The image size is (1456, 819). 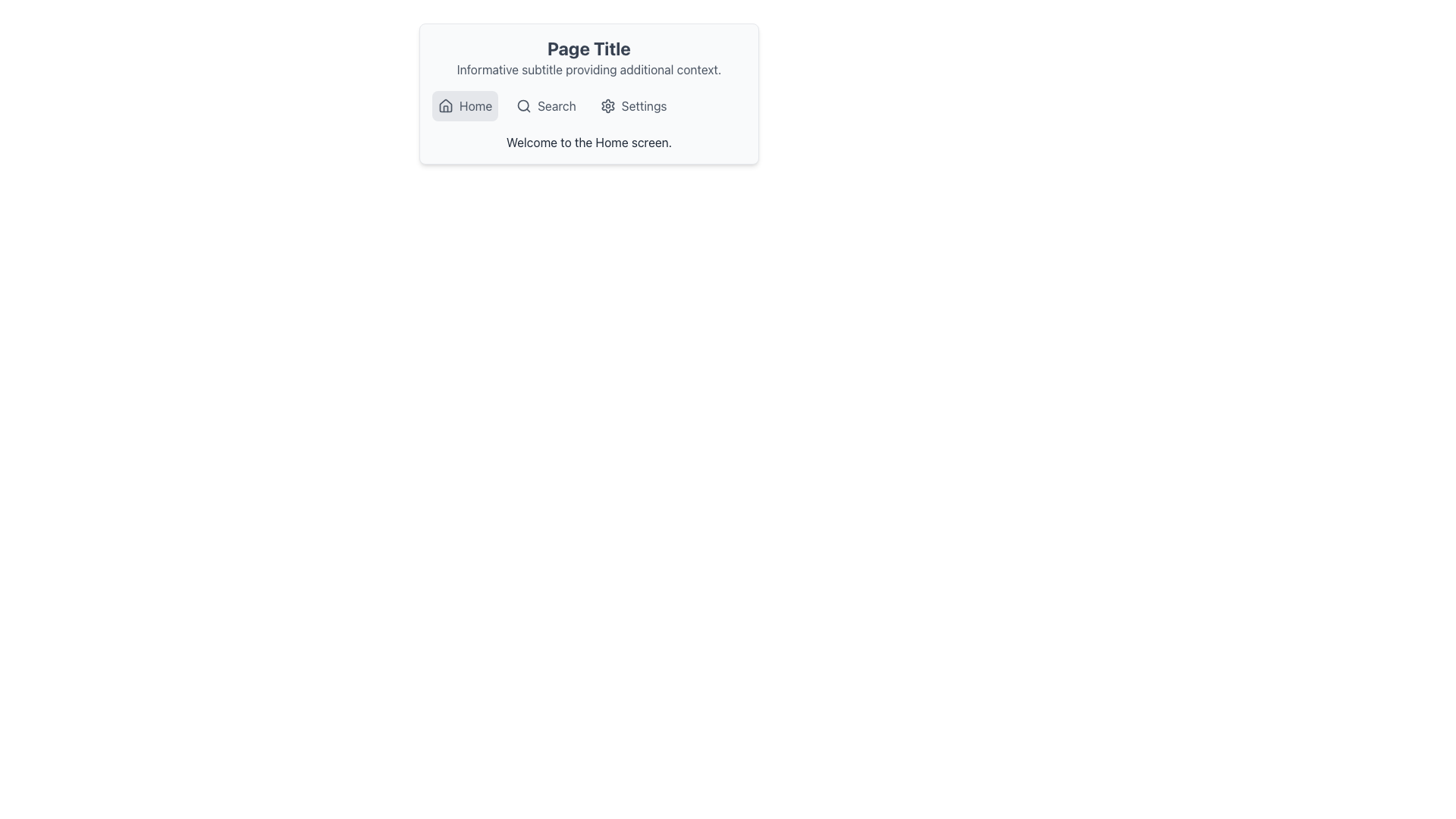 I want to click on the text label located below the main title 'Page Title' which provides additional context or information related to it, so click(x=588, y=70).